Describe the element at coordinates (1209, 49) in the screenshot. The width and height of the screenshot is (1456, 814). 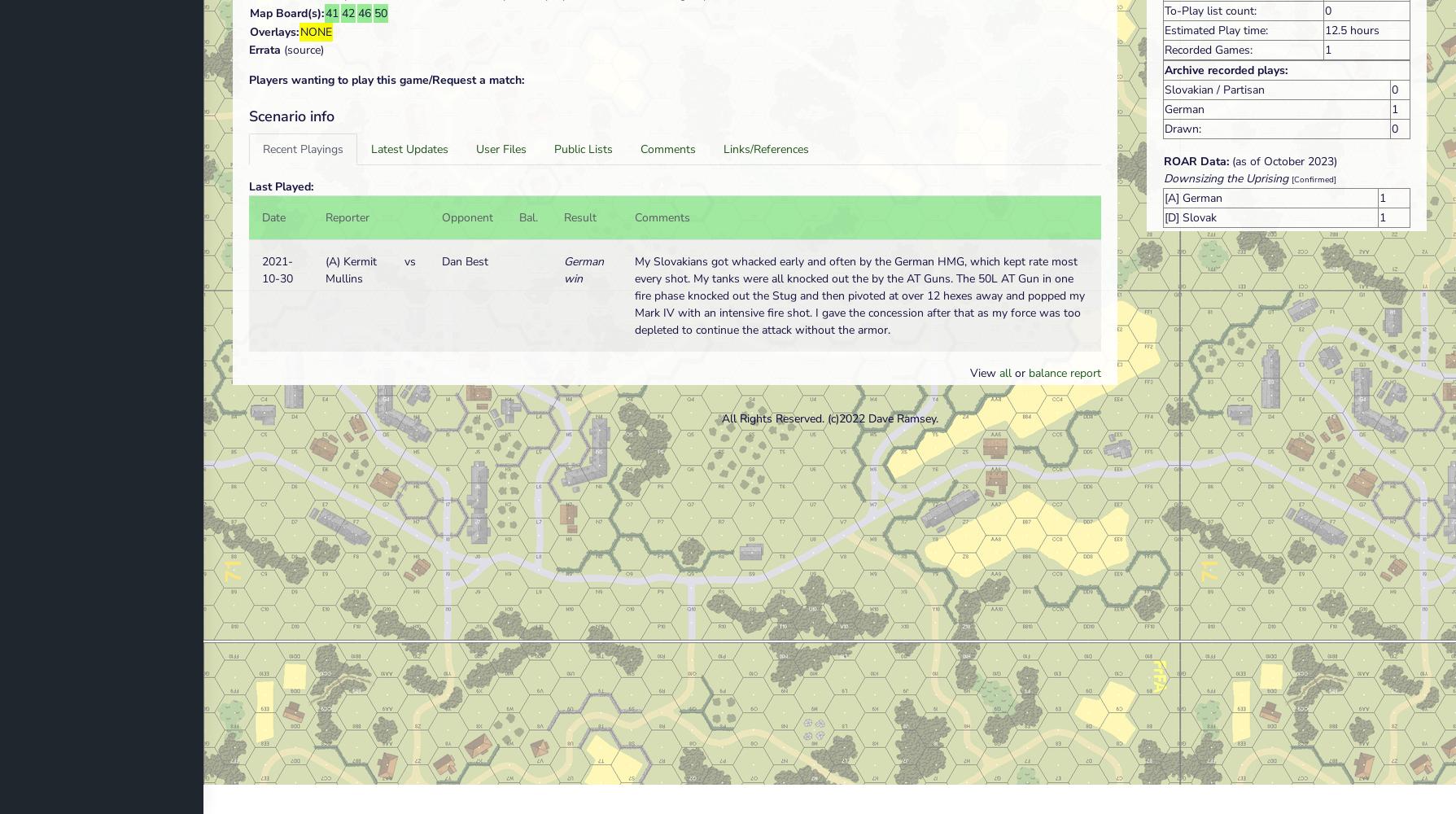
I see `'Recorded Games:'` at that location.